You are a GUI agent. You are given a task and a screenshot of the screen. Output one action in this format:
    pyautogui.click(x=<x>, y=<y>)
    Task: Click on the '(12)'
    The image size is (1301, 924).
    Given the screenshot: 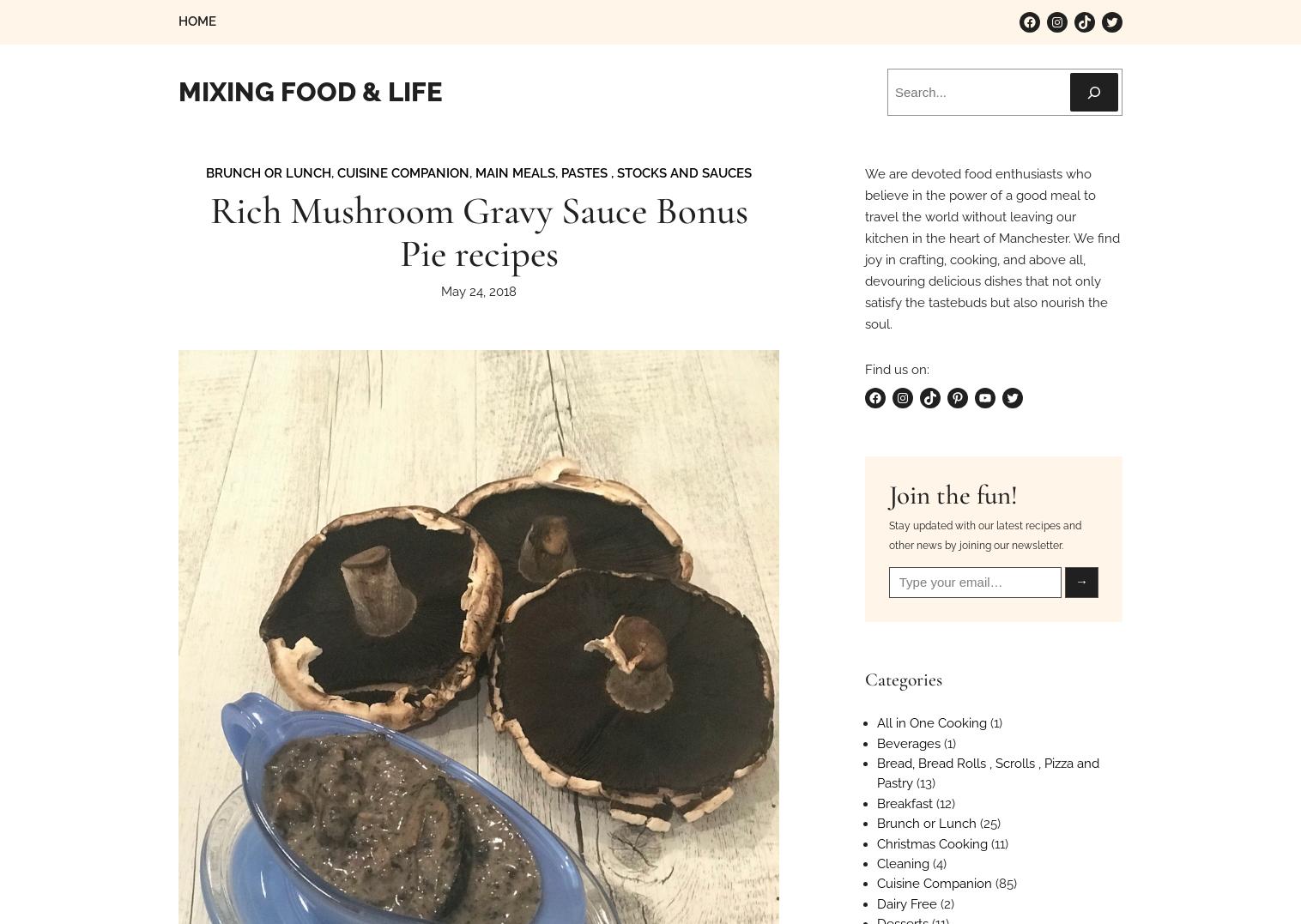 What is the action you would take?
    pyautogui.click(x=942, y=802)
    